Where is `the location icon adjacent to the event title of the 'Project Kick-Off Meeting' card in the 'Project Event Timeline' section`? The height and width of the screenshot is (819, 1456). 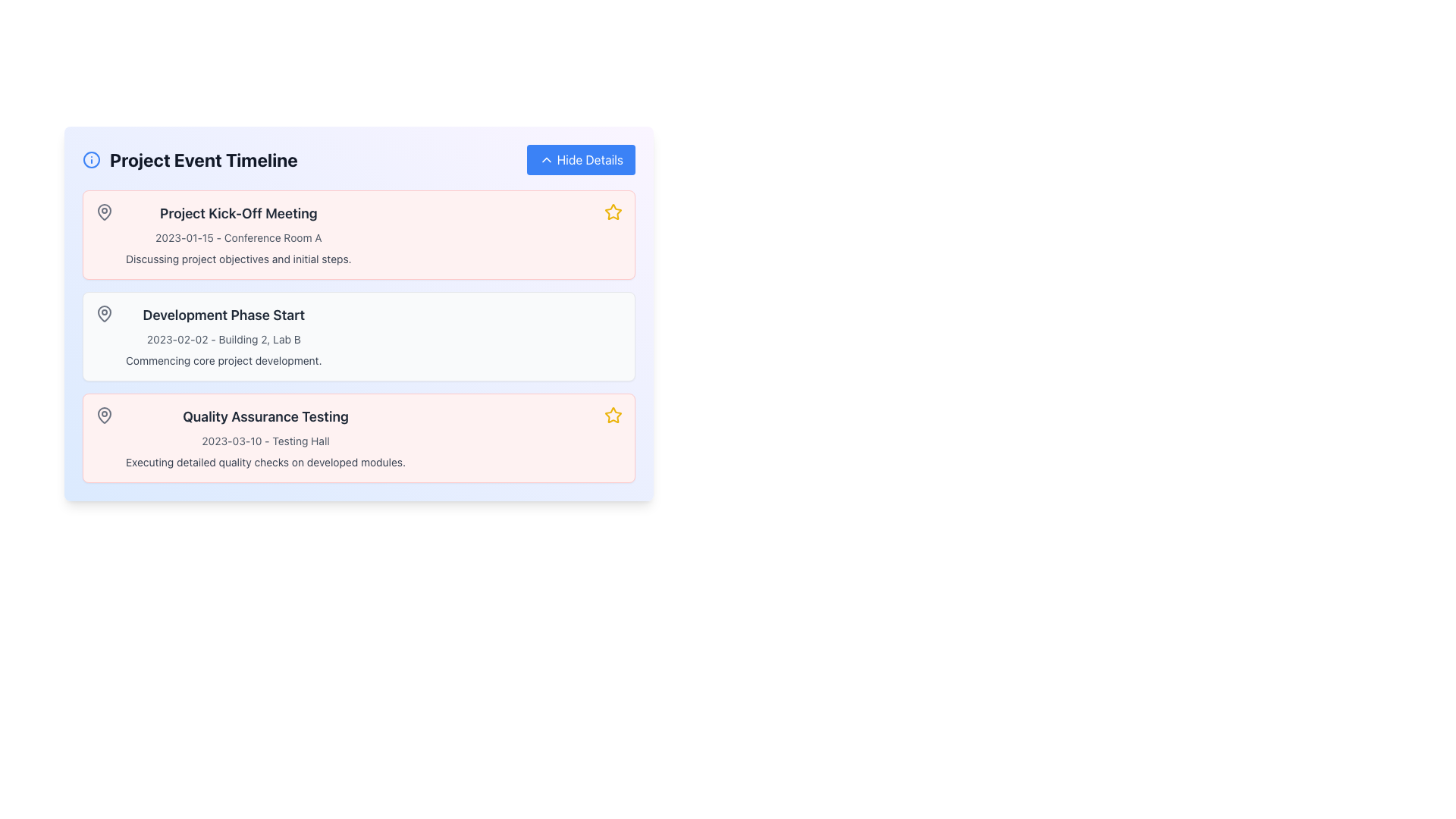
the location icon adjacent to the event title of the 'Project Kick-Off Meeting' card in the 'Project Event Timeline' section is located at coordinates (104, 212).